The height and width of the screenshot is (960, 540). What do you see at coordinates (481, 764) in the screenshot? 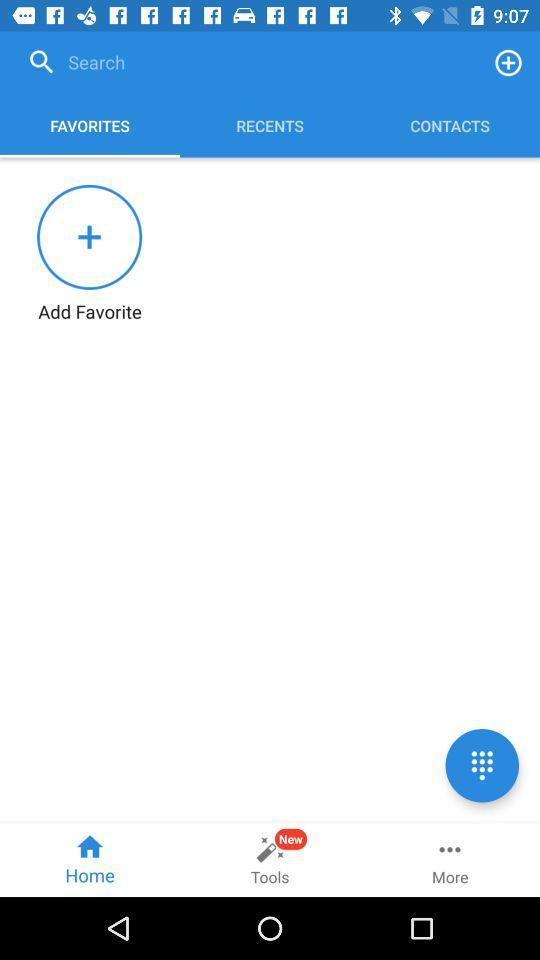
I see `phone keypad` at bounding box center [481, 764].